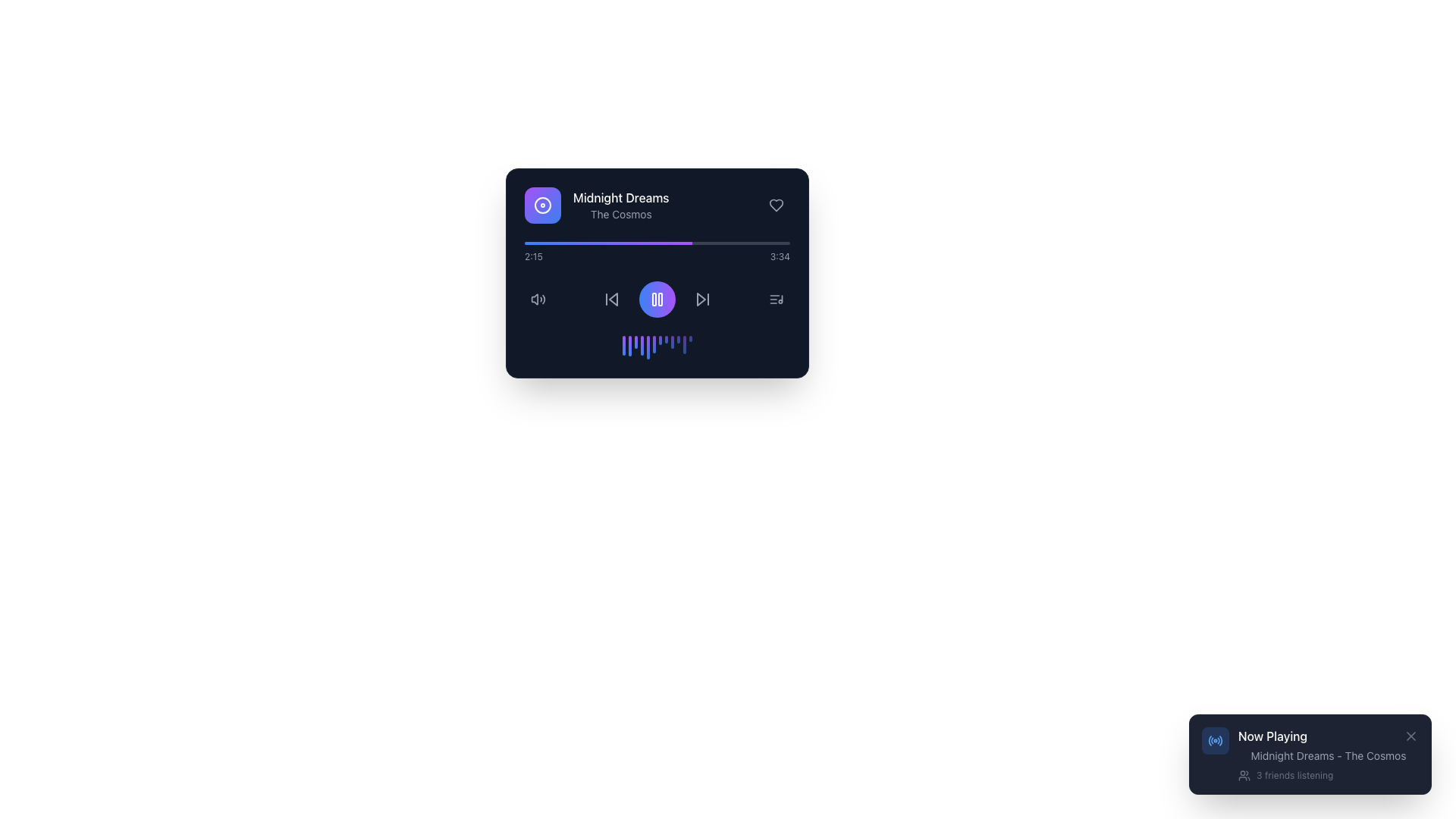 Image resolution: width=1456 pixels, height=819 pixels. What do you see at coordinates (657, 299) in the screenshot?
I see `the central control button for pausing or resuming playback, indicated by the pause icon, located at the center of a row of controls` at bounding box center [657, 299].